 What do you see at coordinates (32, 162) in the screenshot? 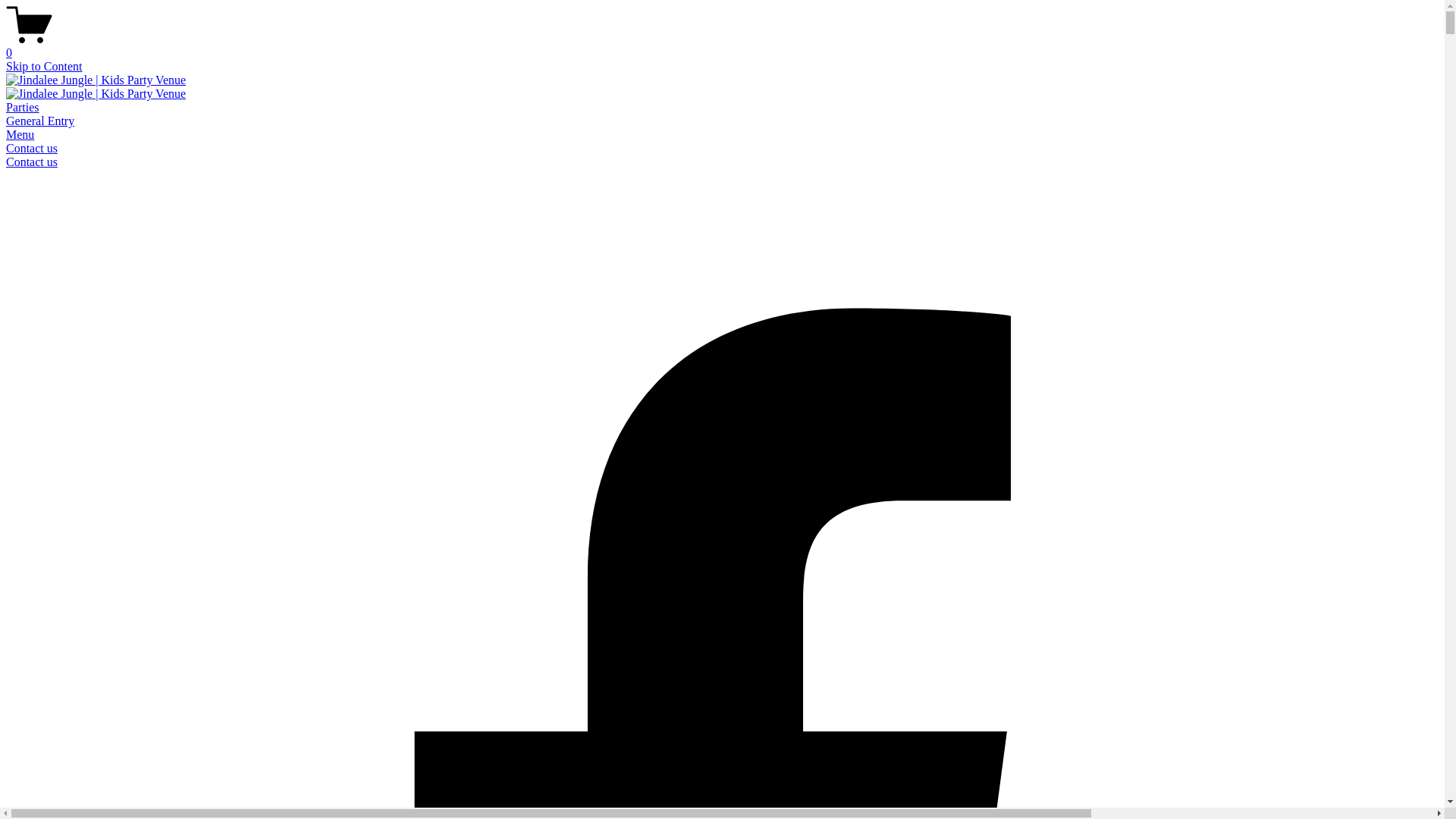
I see `'Contact us'` at bounding box center [32, 162].